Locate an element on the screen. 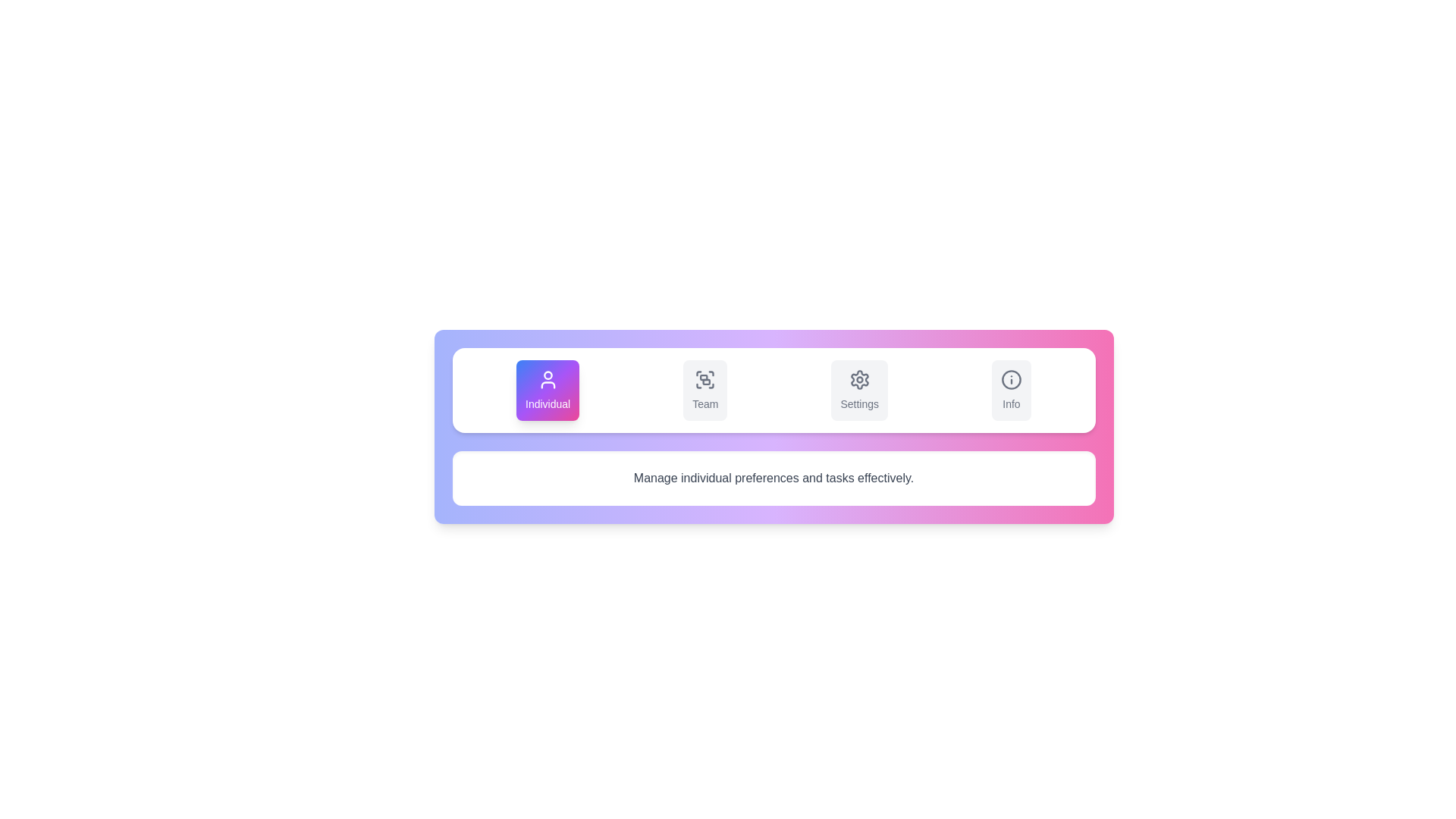 The height and width of the screenshot is (819, 1456). the graphical circle element representing individual user settings in the menu's top left quadrant is located at coordinates (547, 375).